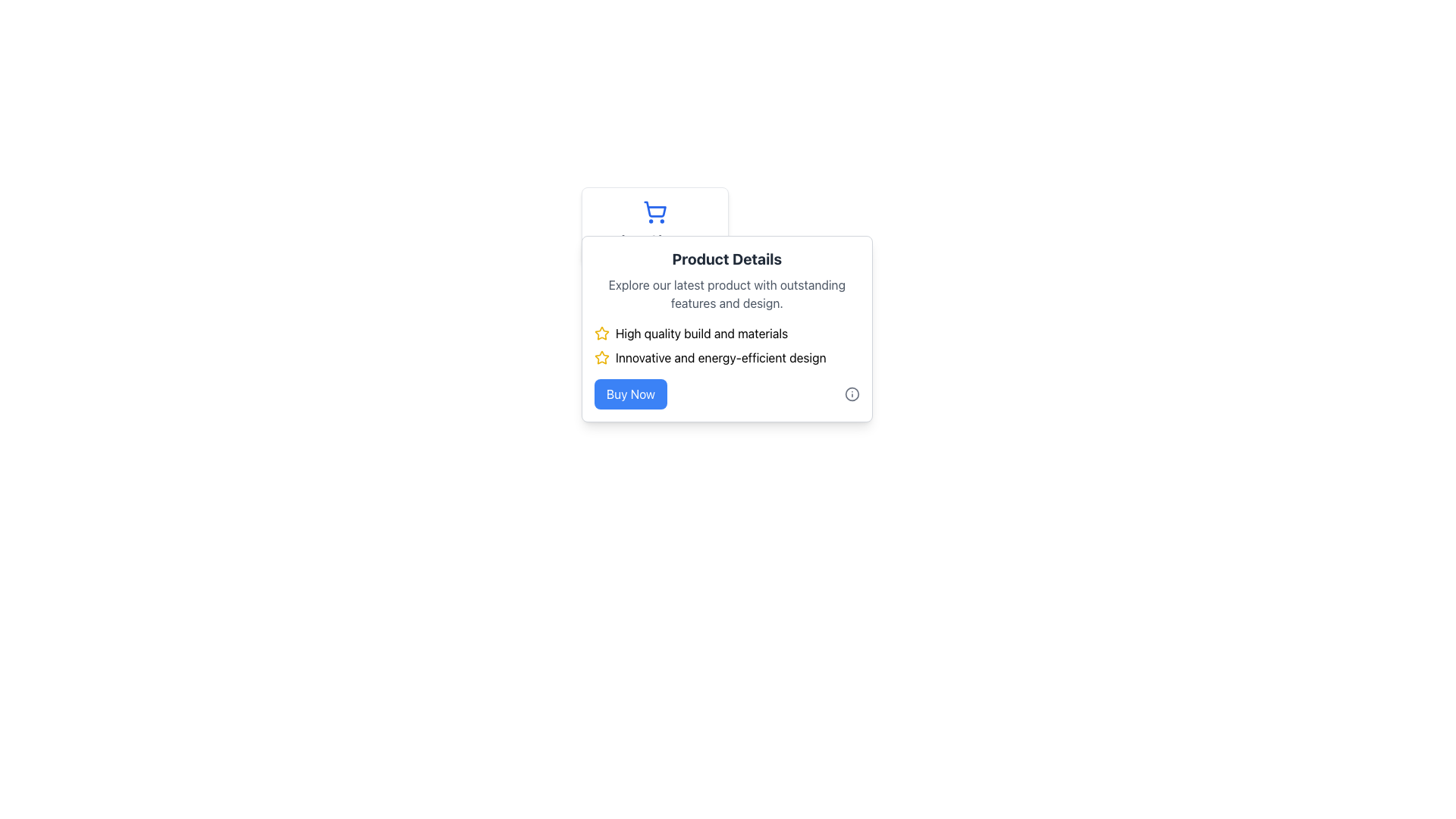  I want to click on the shopping cart icon, which is a minimalistic blue outline icon located at the top of the 'Product Showcase' card, above the bold title text, so click(655, 212).